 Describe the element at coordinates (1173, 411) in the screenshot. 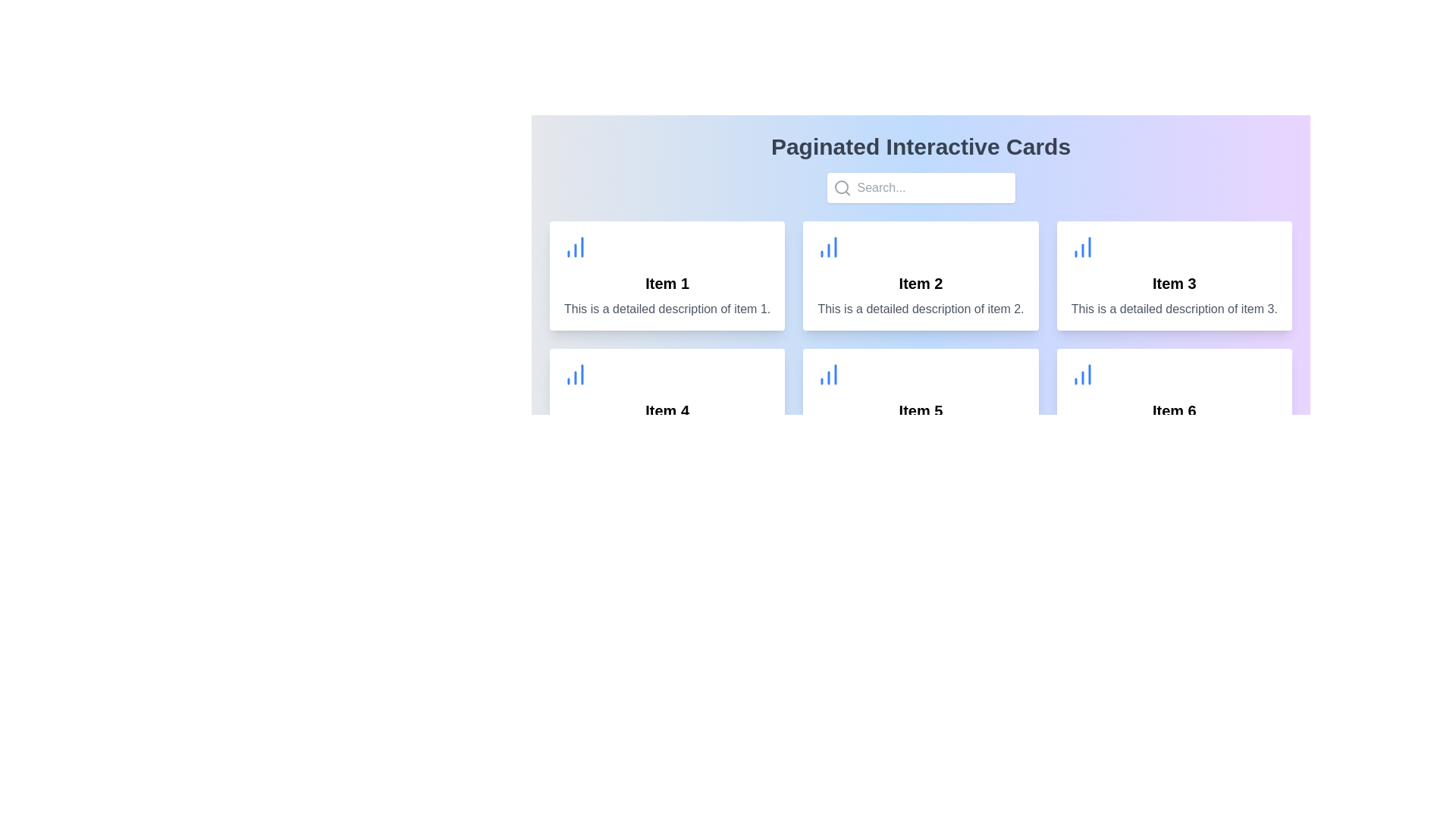

I see `text content of the bold label displaying 'Item 6' located in the lower-right card of the grid layout` at that location.